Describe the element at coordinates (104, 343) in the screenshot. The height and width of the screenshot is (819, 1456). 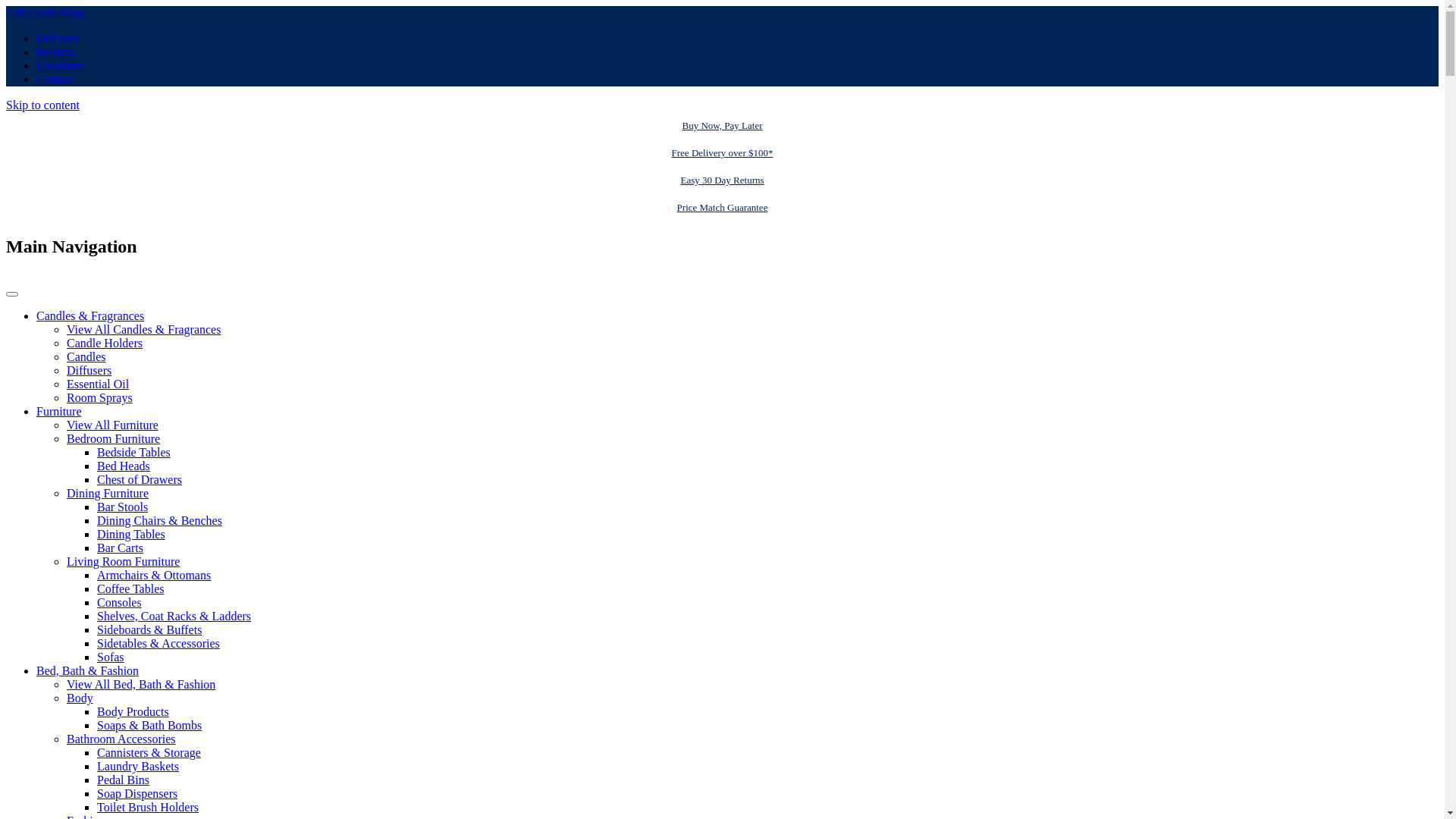
I see `'Candle Holders'` at that location.